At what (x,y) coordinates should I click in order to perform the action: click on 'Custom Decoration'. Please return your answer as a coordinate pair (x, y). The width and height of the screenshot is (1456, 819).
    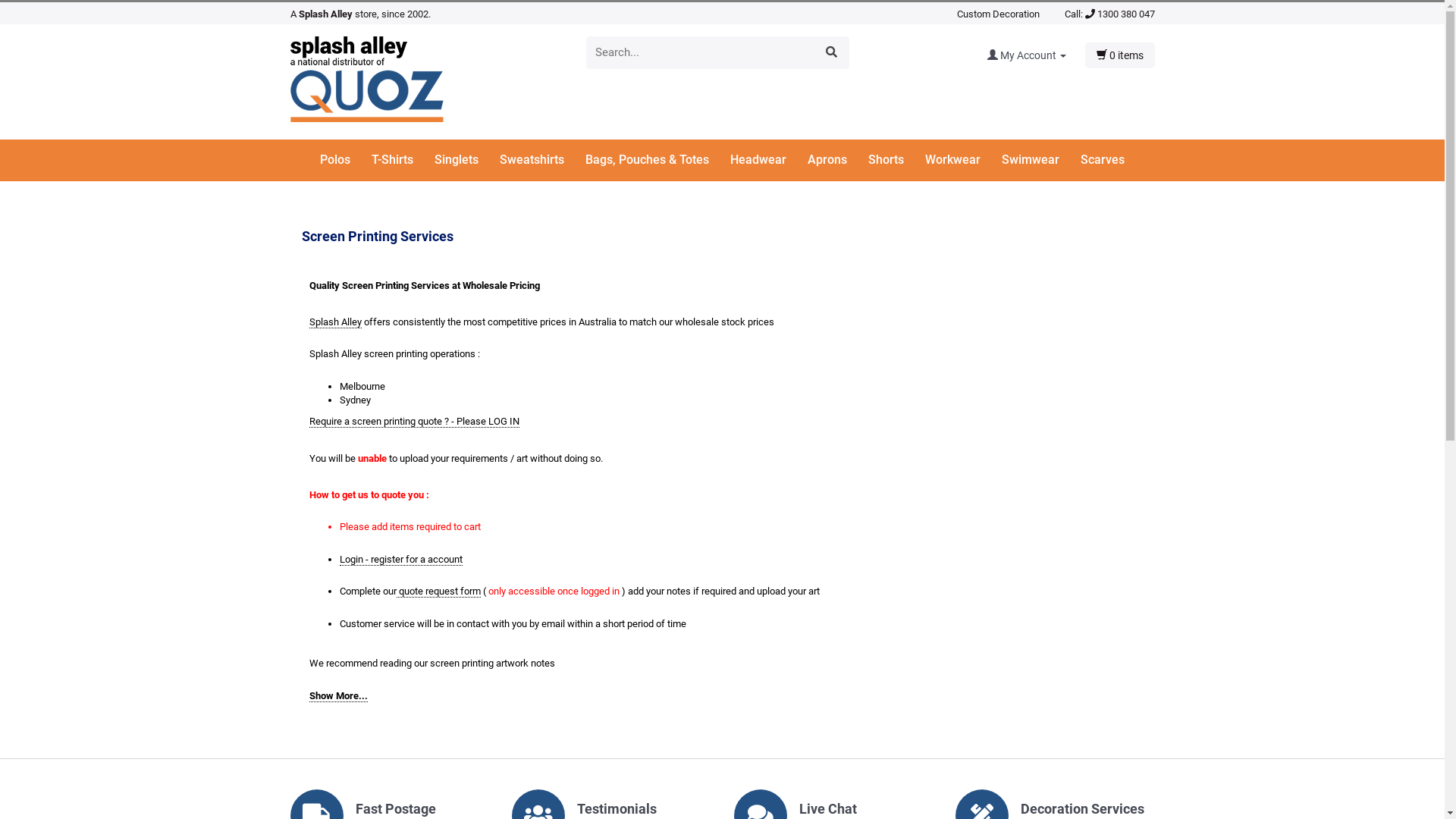
    Looking at the image, I should click on (956, 14).